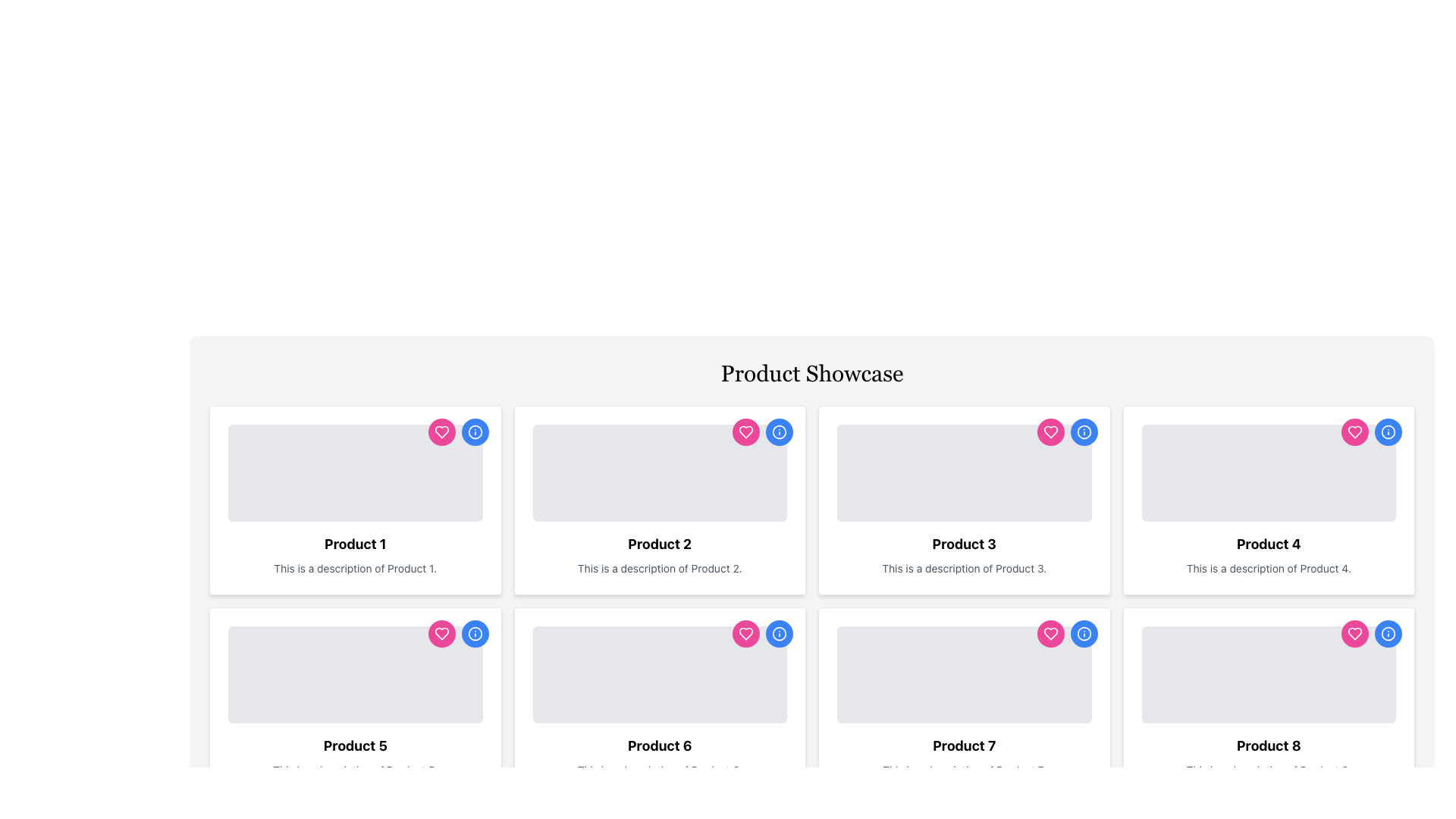 The image size is (1456, 819). What do you see at coordinates (441, 634) in the screenshot?
I see `the heart-shaped icon within the pink circular button located at the top-right corner of the card for 'Product 5' in the product showcase grid` at bounding box center [441, 634].